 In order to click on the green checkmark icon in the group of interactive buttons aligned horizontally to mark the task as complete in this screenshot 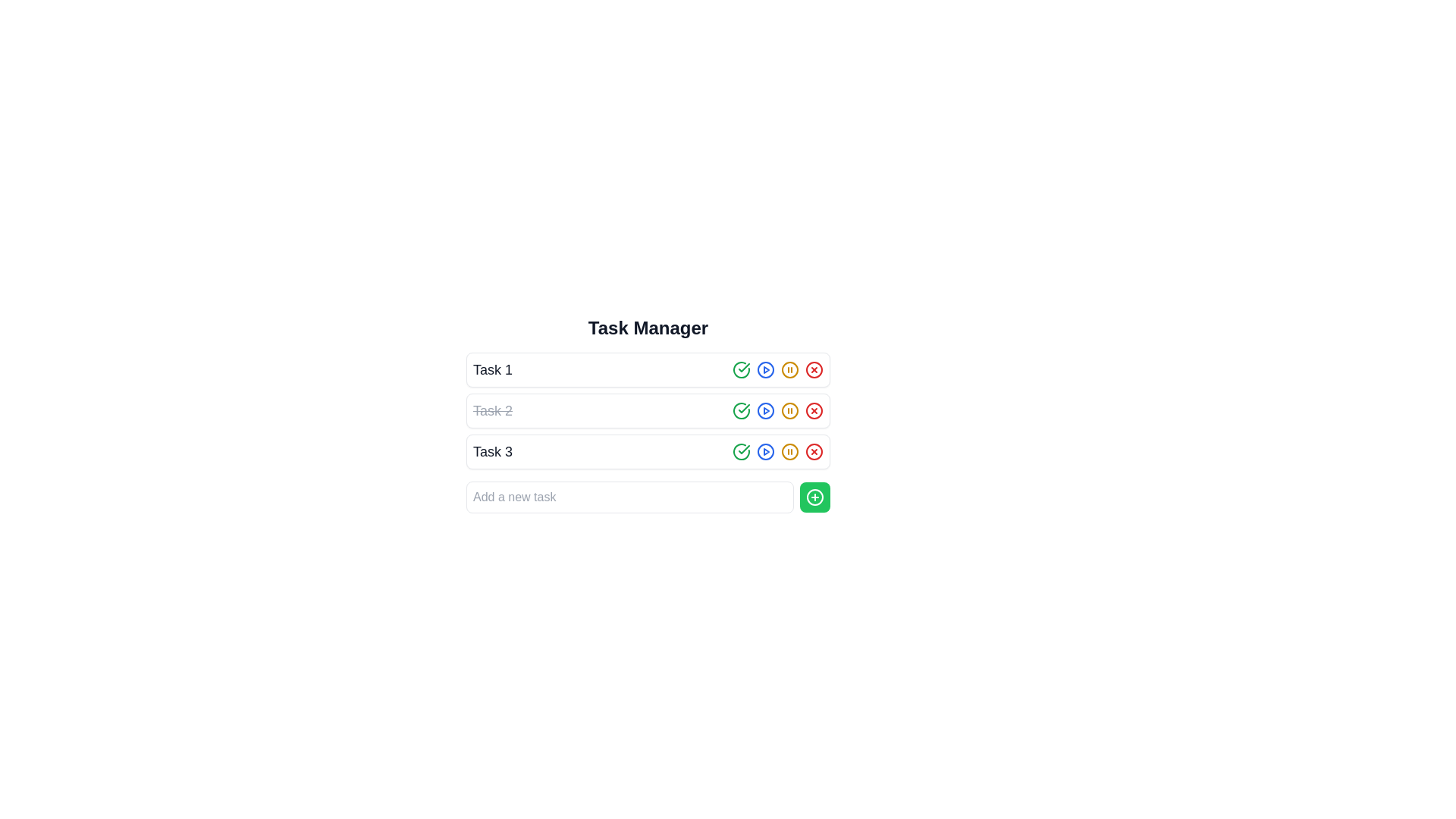, I will do `click(778, 451)`.